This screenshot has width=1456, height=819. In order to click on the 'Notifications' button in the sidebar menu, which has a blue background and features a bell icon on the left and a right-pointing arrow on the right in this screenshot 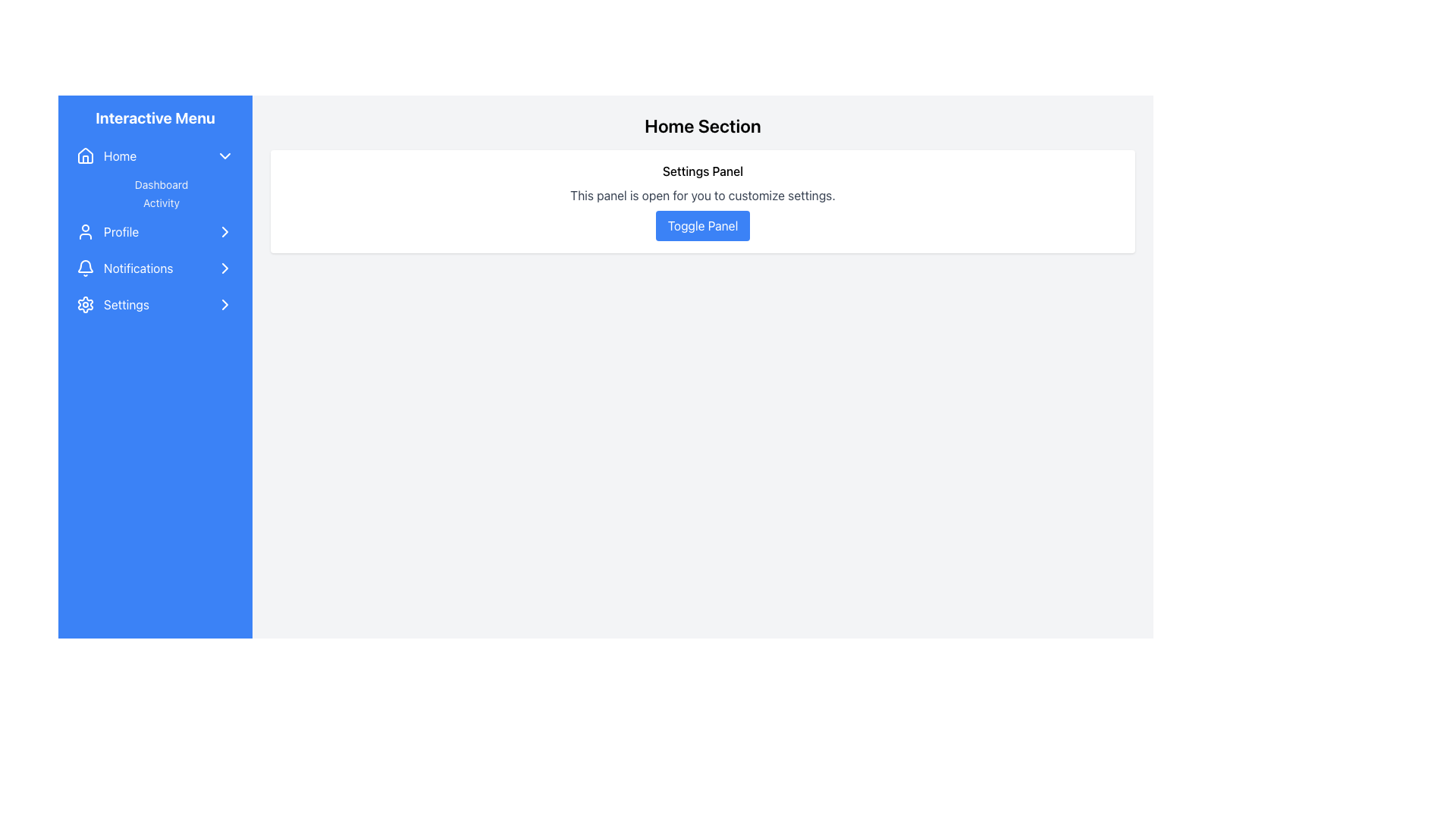, I will do `click(155, 268)`.